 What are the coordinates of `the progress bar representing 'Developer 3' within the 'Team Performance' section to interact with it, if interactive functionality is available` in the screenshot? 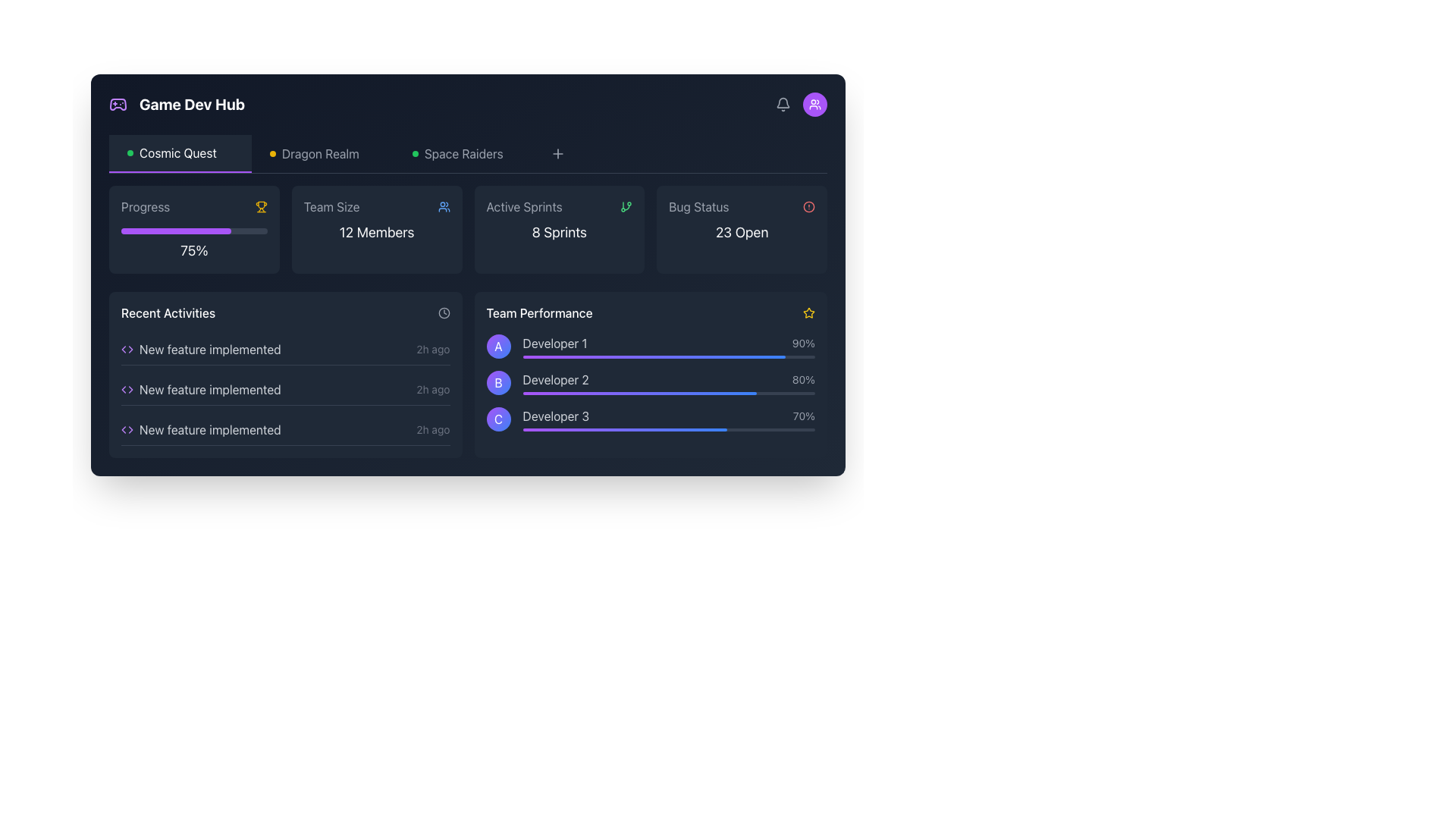 It's located at (625, 430).